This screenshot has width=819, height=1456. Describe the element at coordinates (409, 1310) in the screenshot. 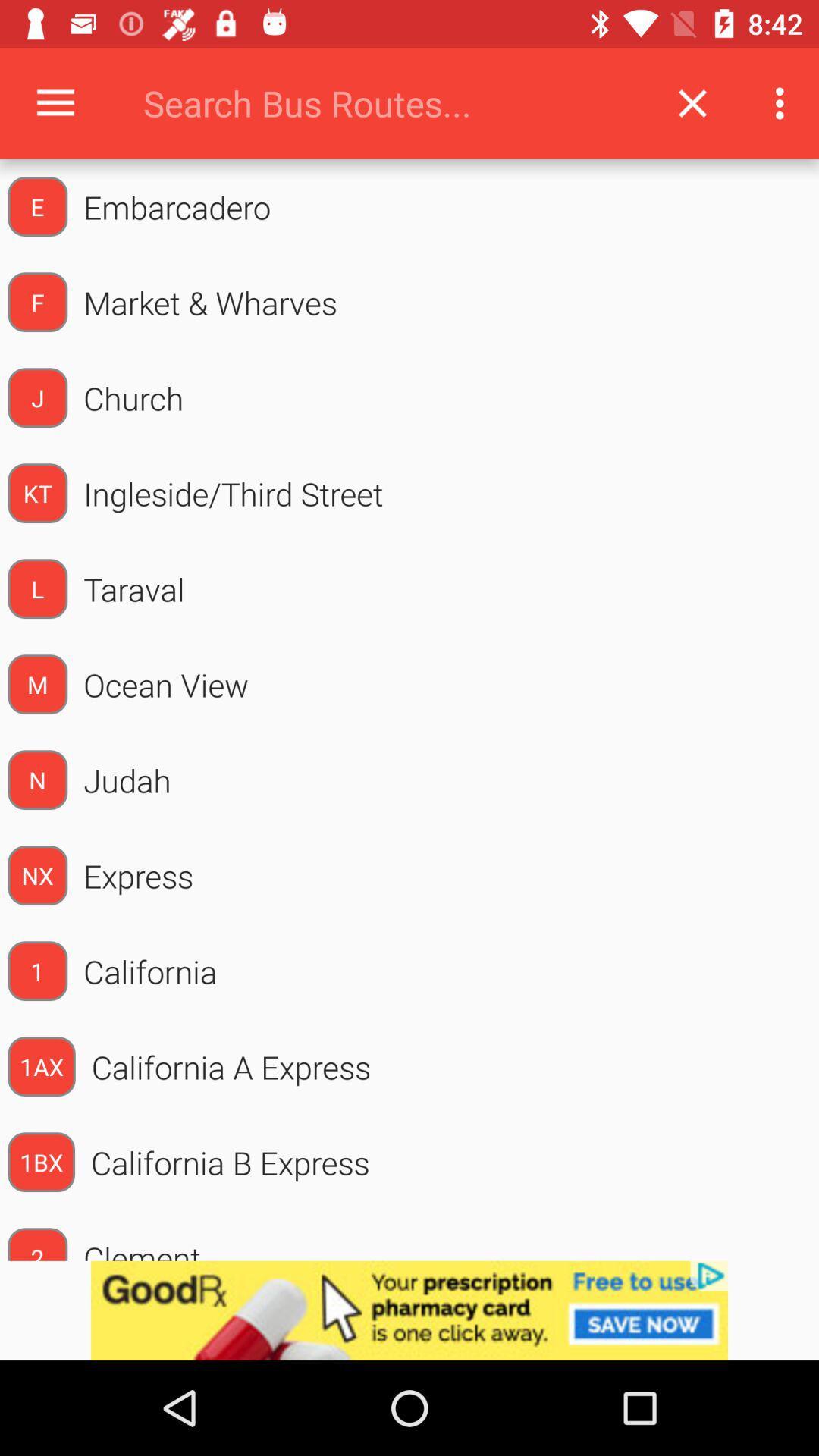

I see `advertisement` at that location.